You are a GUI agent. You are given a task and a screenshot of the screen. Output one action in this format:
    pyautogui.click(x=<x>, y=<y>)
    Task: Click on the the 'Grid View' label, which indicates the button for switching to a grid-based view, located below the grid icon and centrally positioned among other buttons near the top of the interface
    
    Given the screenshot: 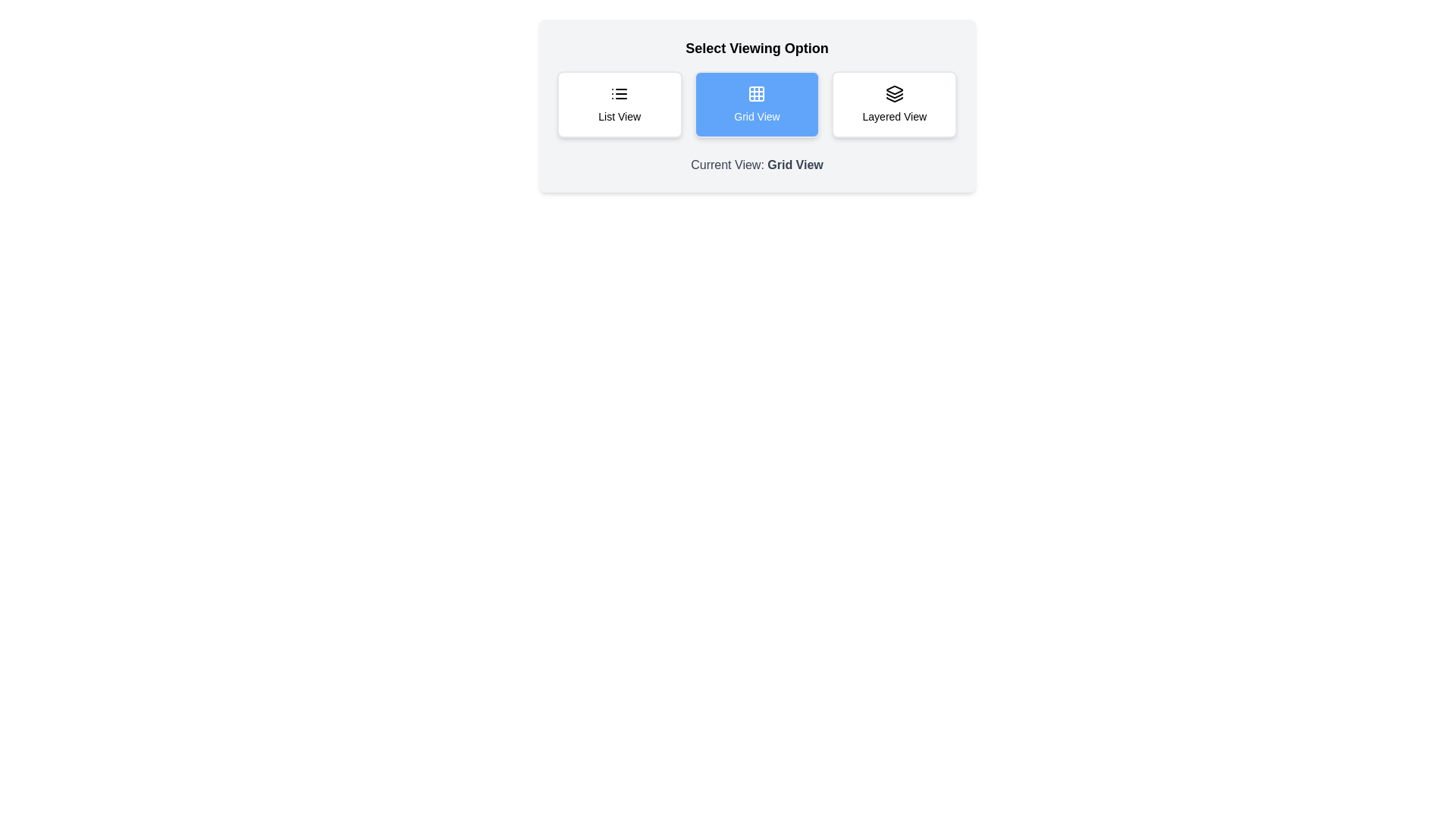 What is the action you would take?
    pyautogui.click(x=757, y=116)
    